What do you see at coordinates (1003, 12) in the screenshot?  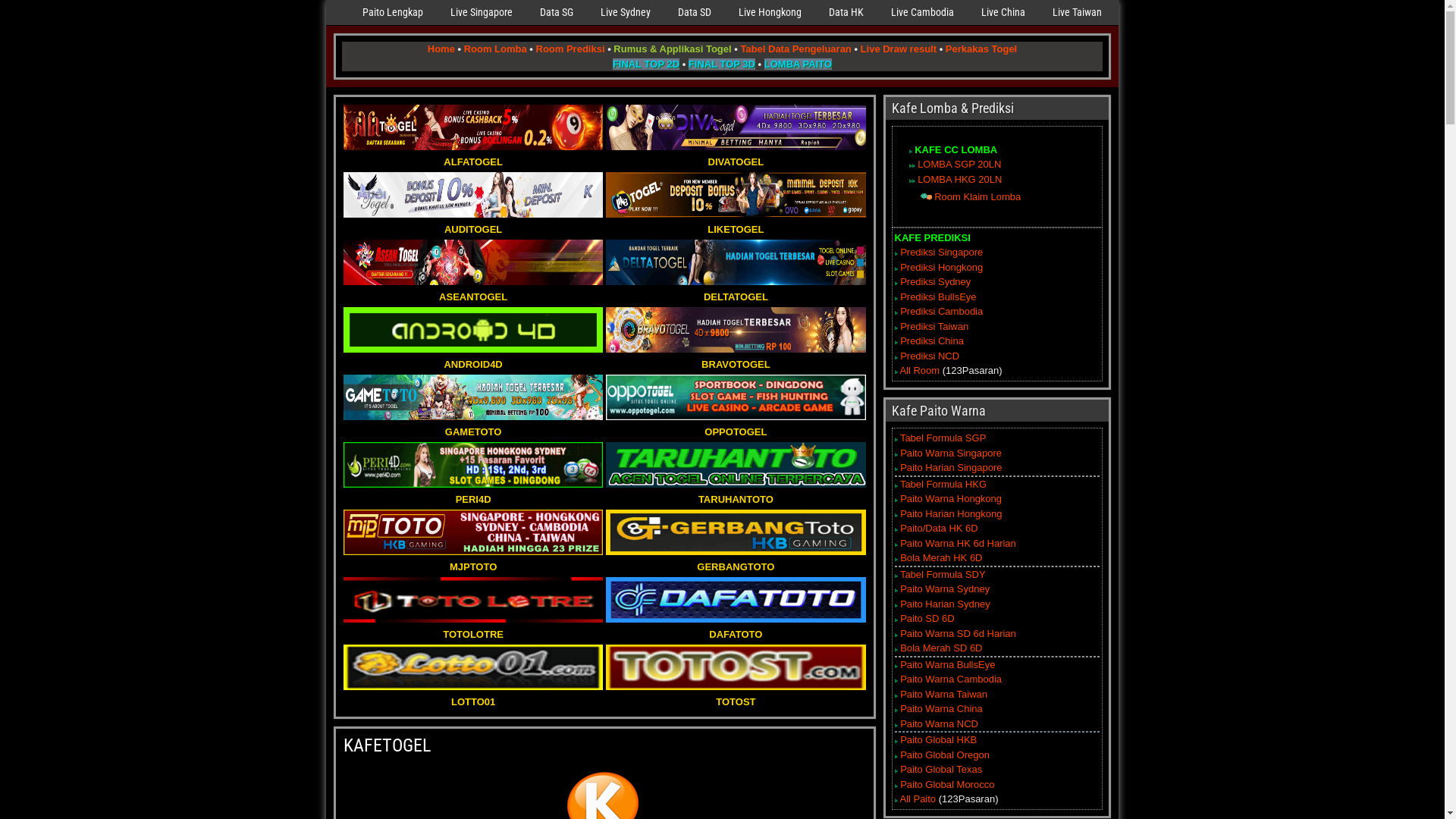 I see `'Live China'` at bounding box center [1003, 12].